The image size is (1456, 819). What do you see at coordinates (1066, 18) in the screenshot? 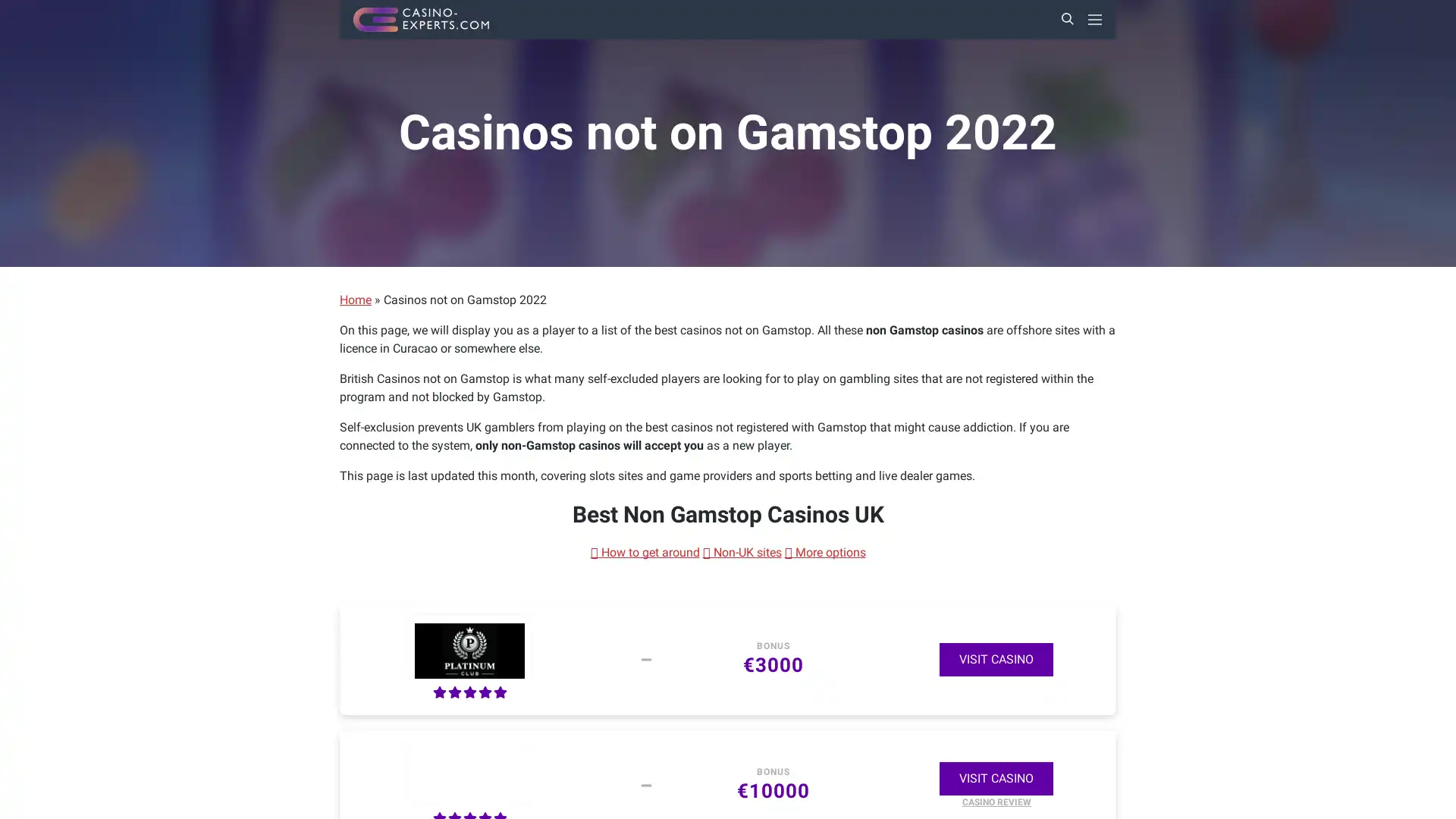
I see `Search` at bounding box center [1066, 18].